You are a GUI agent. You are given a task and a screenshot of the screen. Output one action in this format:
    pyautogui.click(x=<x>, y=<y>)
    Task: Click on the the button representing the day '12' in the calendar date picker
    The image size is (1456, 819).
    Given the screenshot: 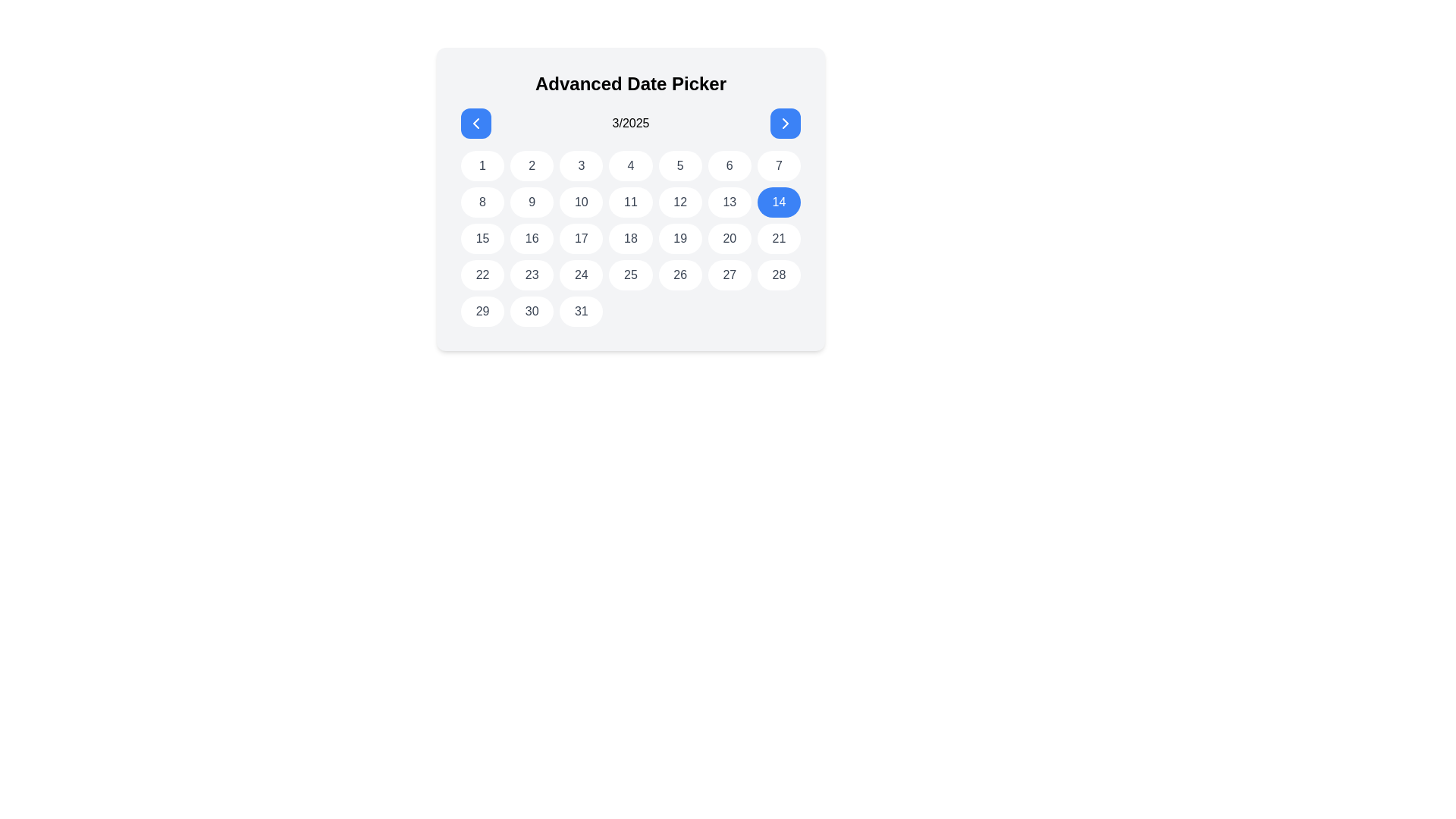 What is the action you would take?
    pyautogui.click(x=679, y=201)
    